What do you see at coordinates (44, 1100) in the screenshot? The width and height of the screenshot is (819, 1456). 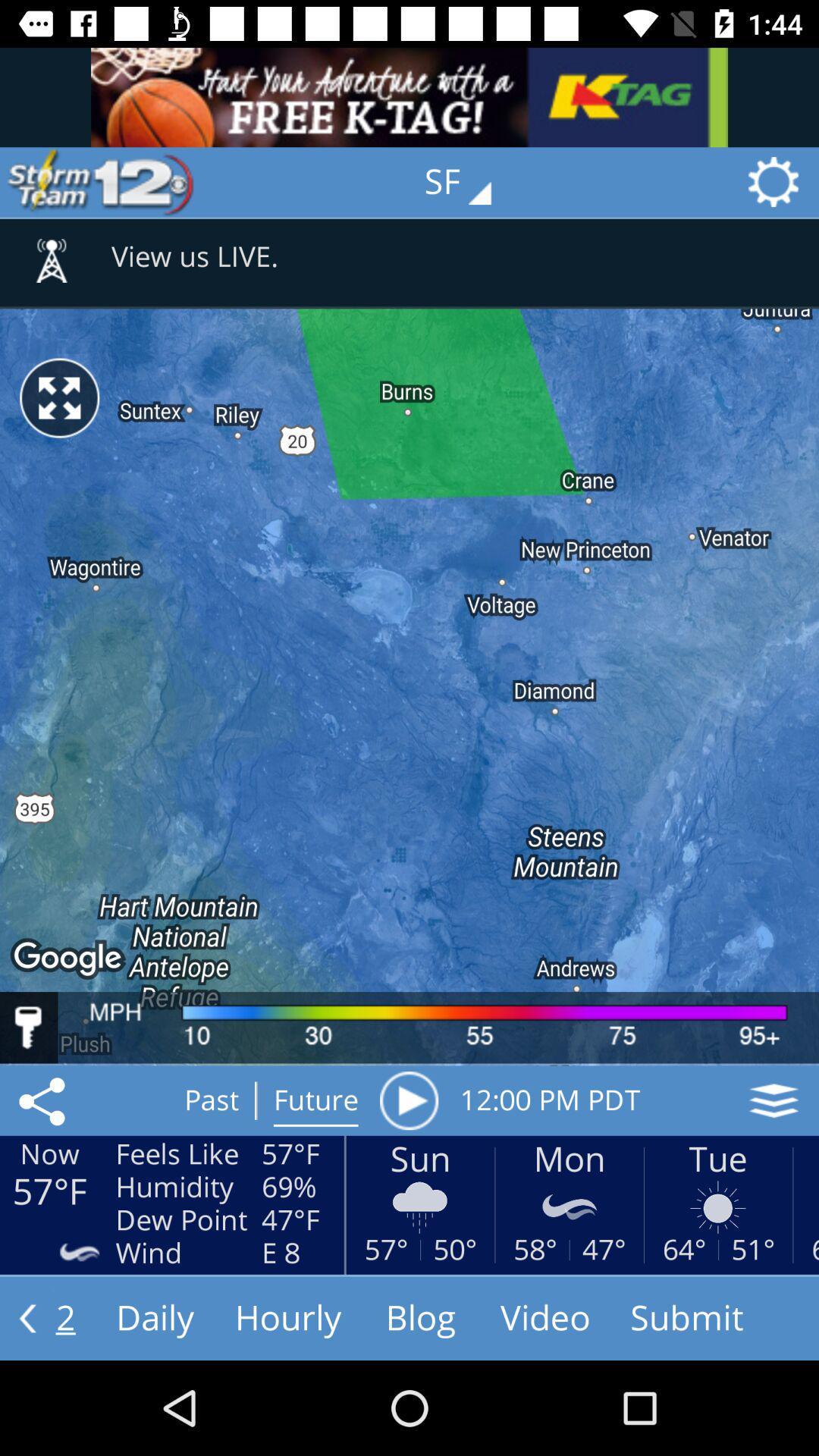 I see `the share icon` at bounding box center [44, 1100].